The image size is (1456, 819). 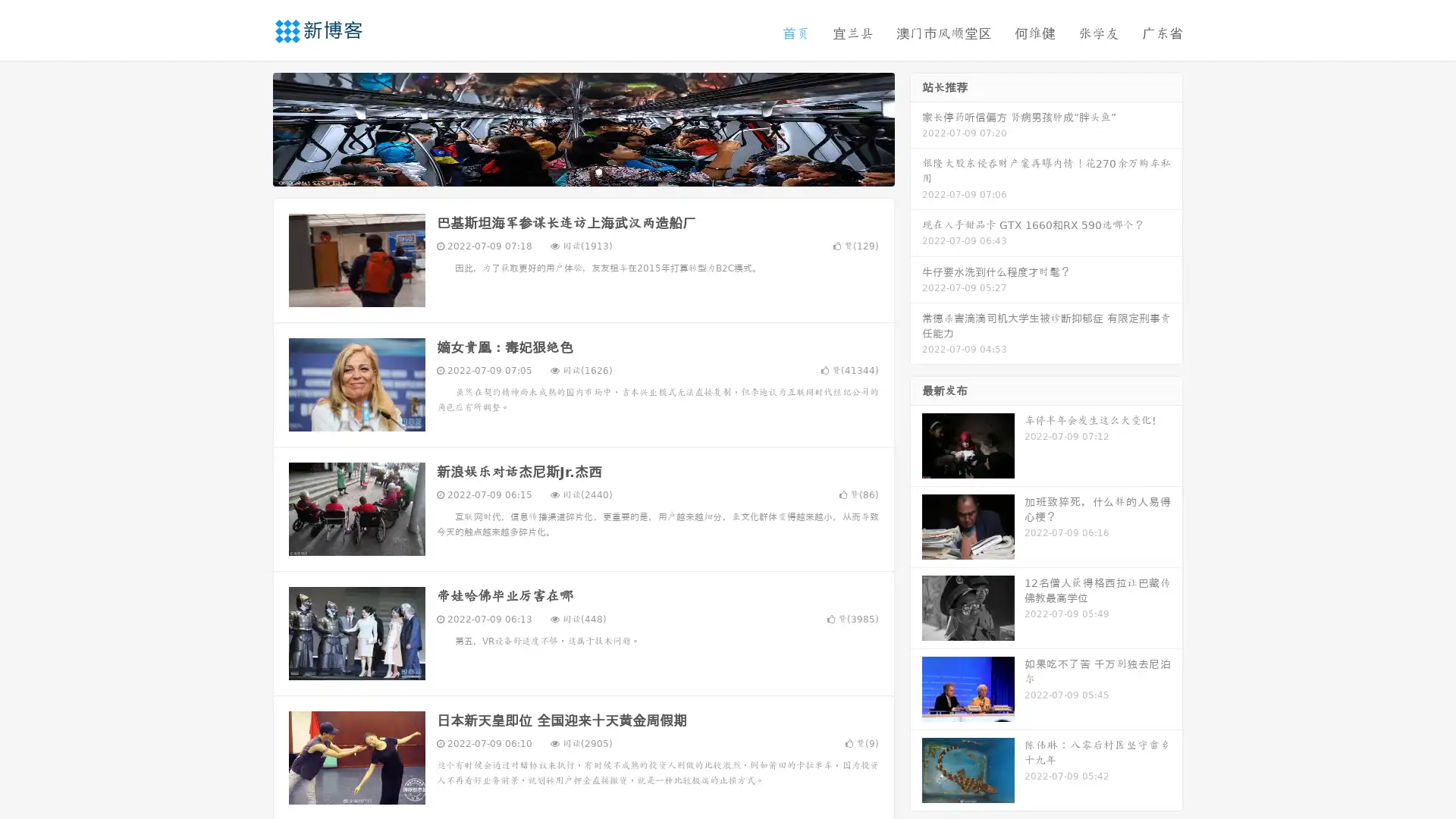 What do you see at coordinates (598, 171) in the screenshot?
I see `Go to slide 3` at bounding box center [598, 171].